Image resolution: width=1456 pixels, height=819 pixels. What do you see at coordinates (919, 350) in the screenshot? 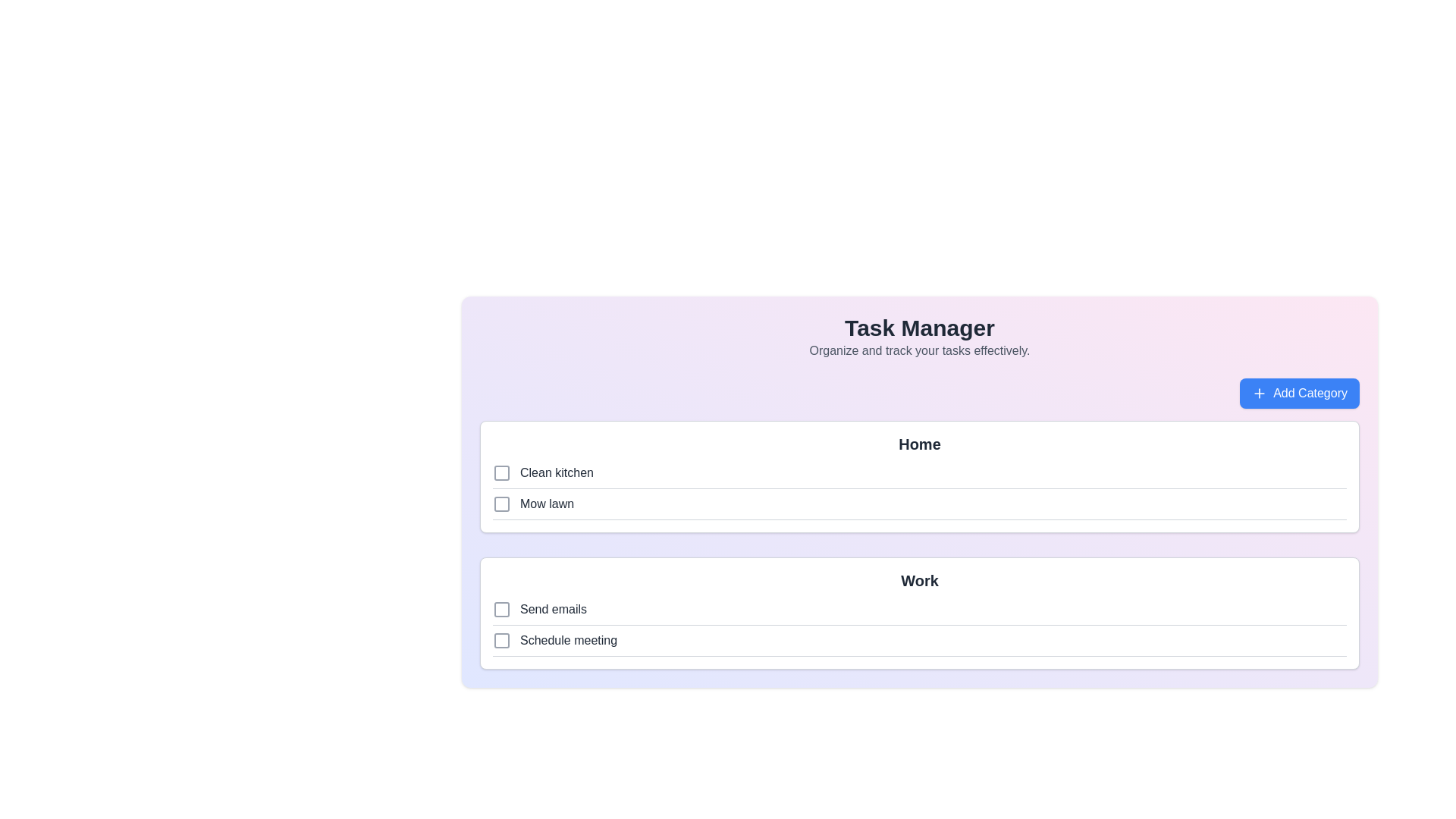
I see `the gray text line located directly below the bold title 'Task Manager', which provides additional descriptive information about the application` at bounding box center [919, 350].